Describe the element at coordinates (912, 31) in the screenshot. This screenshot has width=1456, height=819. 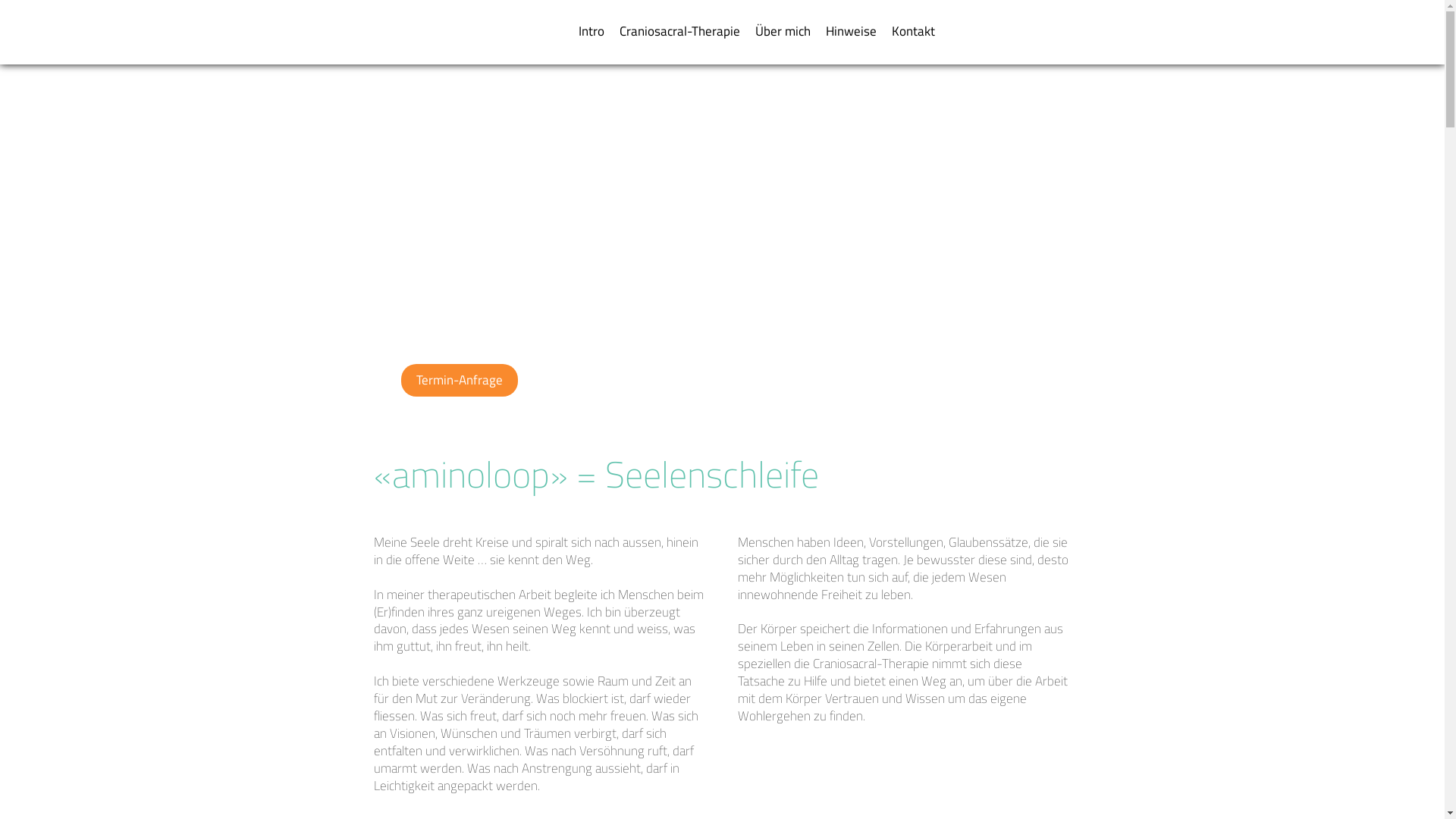
I see `'Kontakt'` at that location.